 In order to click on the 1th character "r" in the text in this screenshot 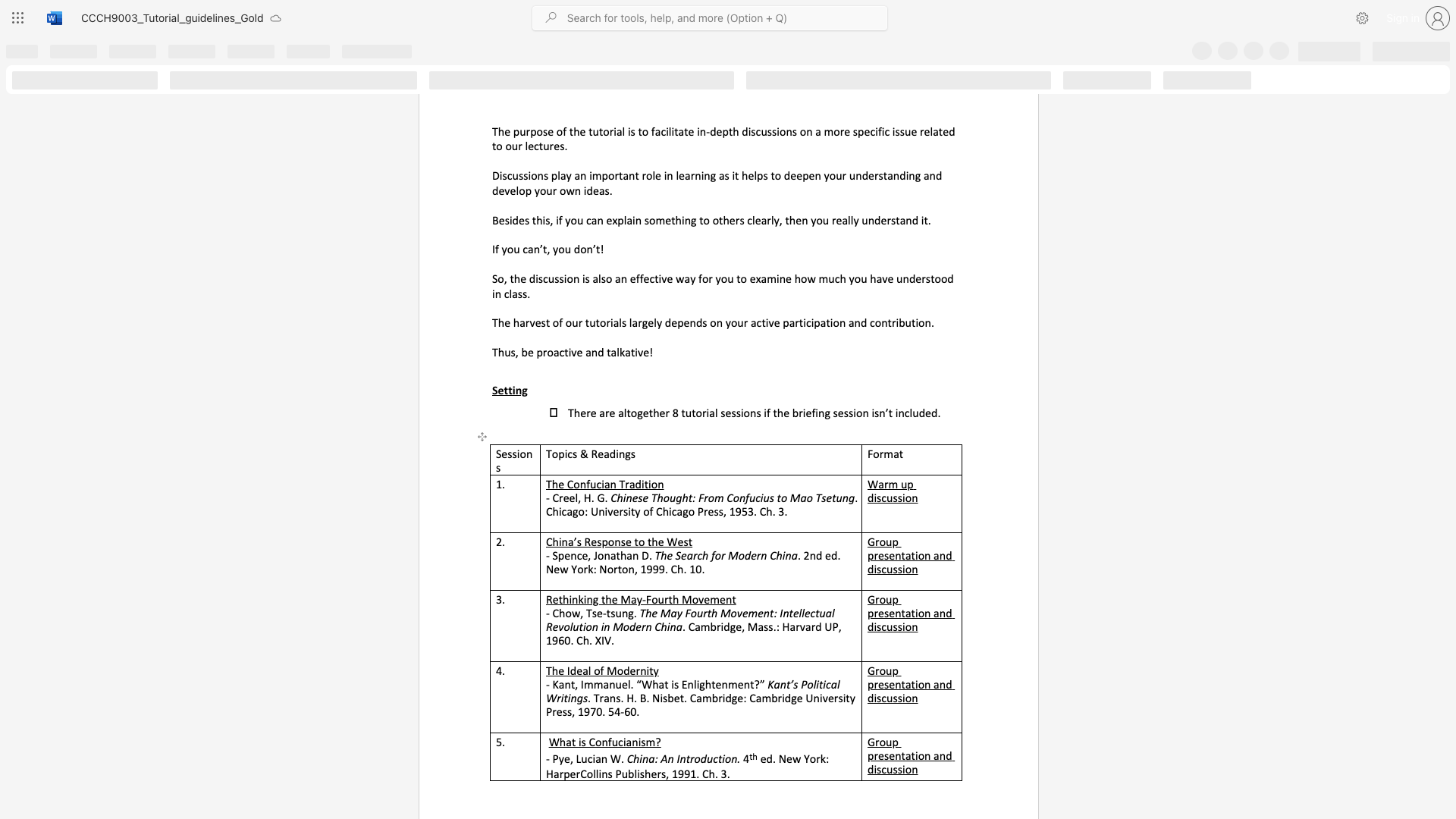, I will do `click(638, 670)`.